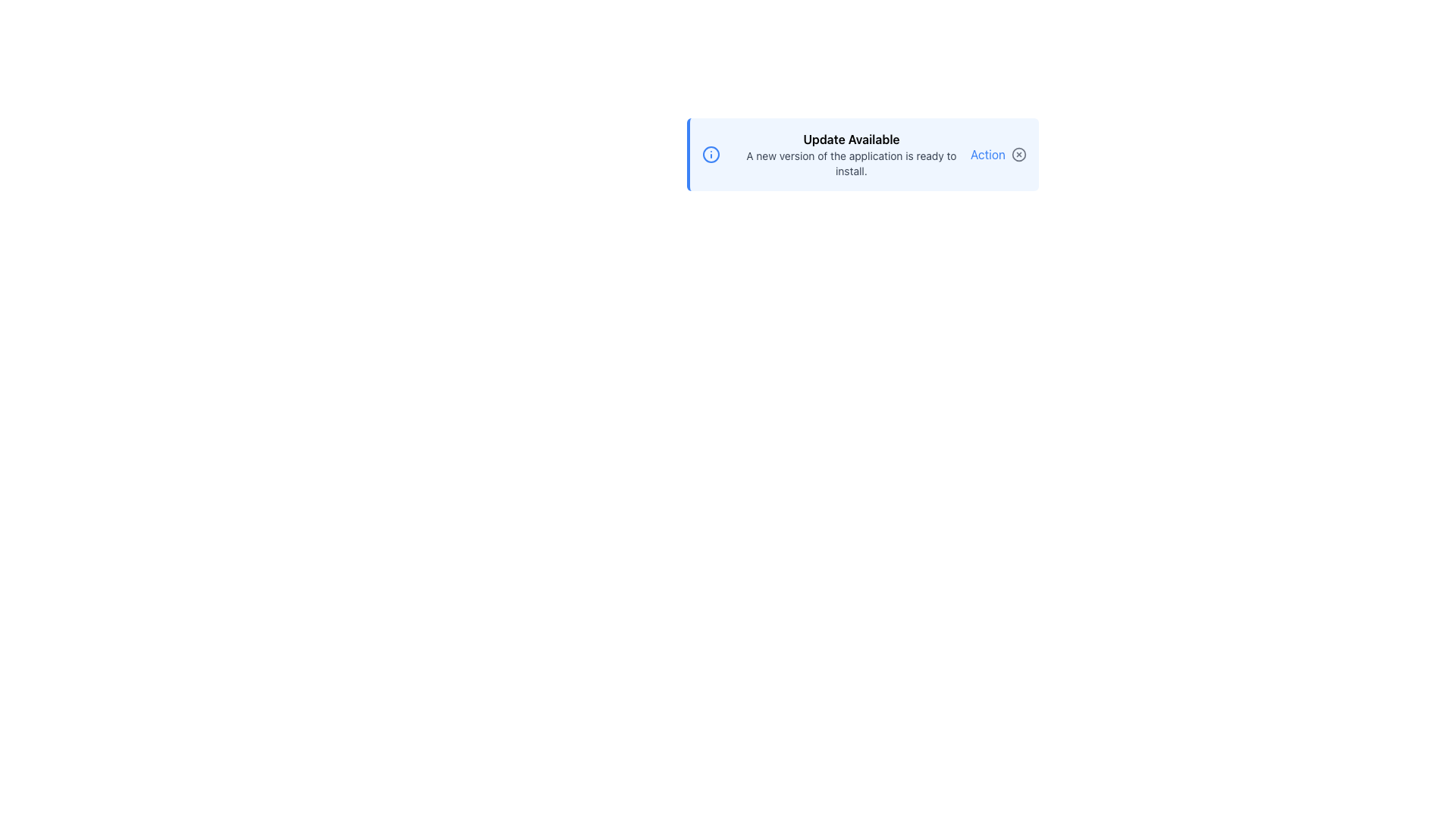 The image size is (1456, 819). What do you see at coordinates (997, 155) in the screenshot?
I see `the 'Action' text button located at the far right of the notification card labeled 'Update Available'` at bounding box center [997, 155].